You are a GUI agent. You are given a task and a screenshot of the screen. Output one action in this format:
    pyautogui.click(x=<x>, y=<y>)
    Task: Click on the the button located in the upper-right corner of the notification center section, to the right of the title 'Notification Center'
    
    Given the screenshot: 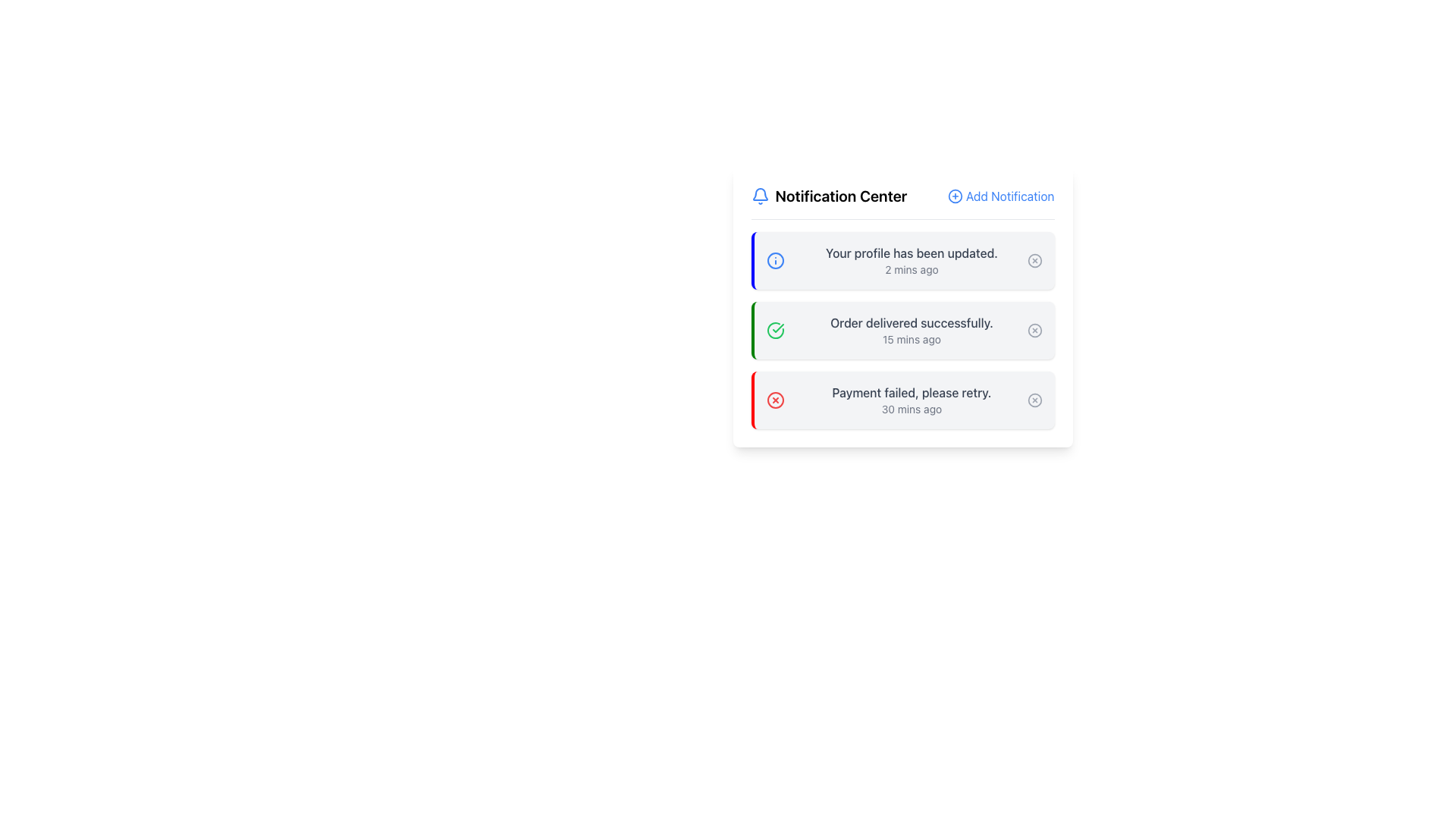 What is the action you would take?
    pyautogui.click(x=1001, y=195)
    